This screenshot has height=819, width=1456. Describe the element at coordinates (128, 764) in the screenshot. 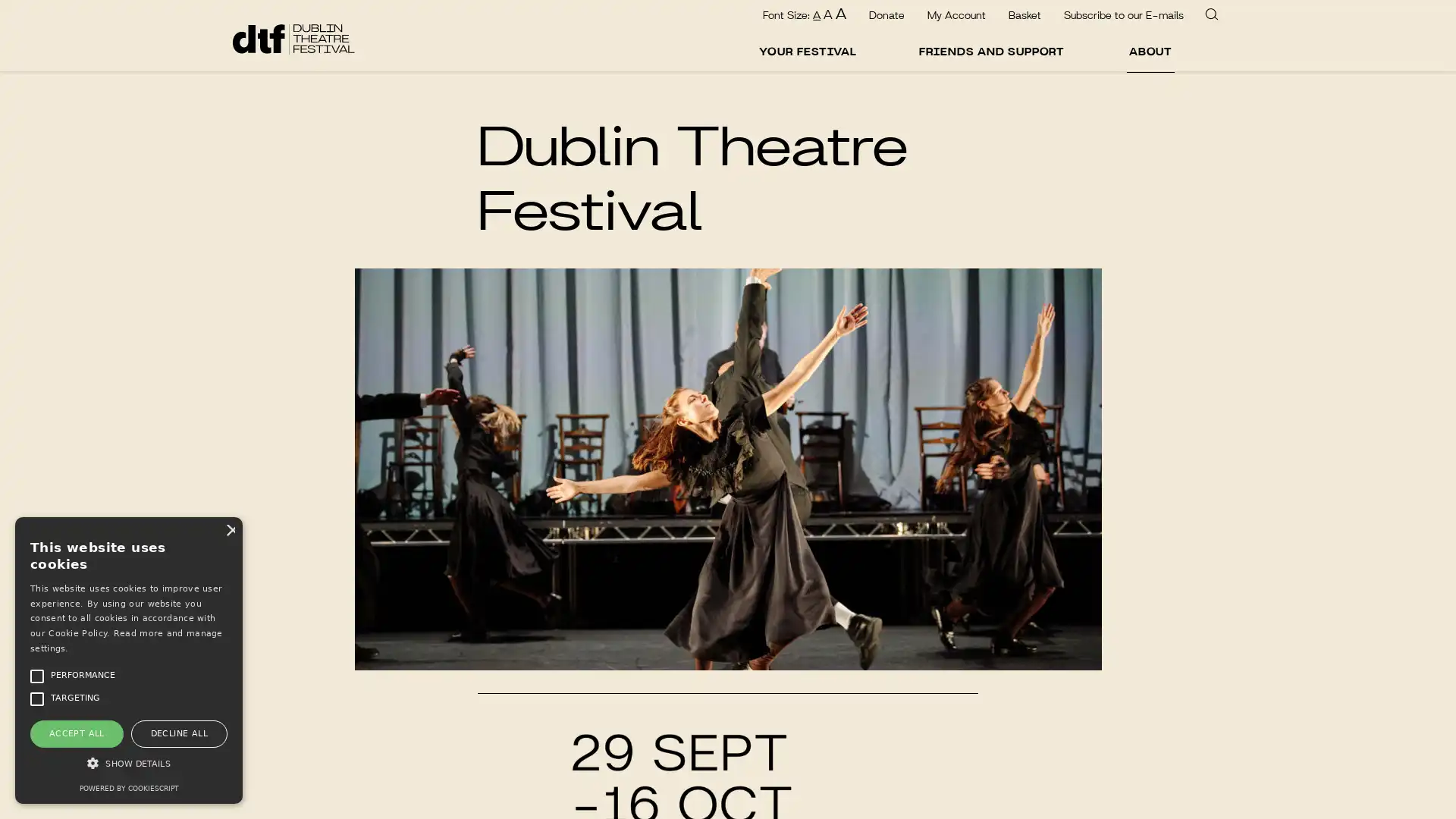

I see `SHOW DETAILS` at that location.